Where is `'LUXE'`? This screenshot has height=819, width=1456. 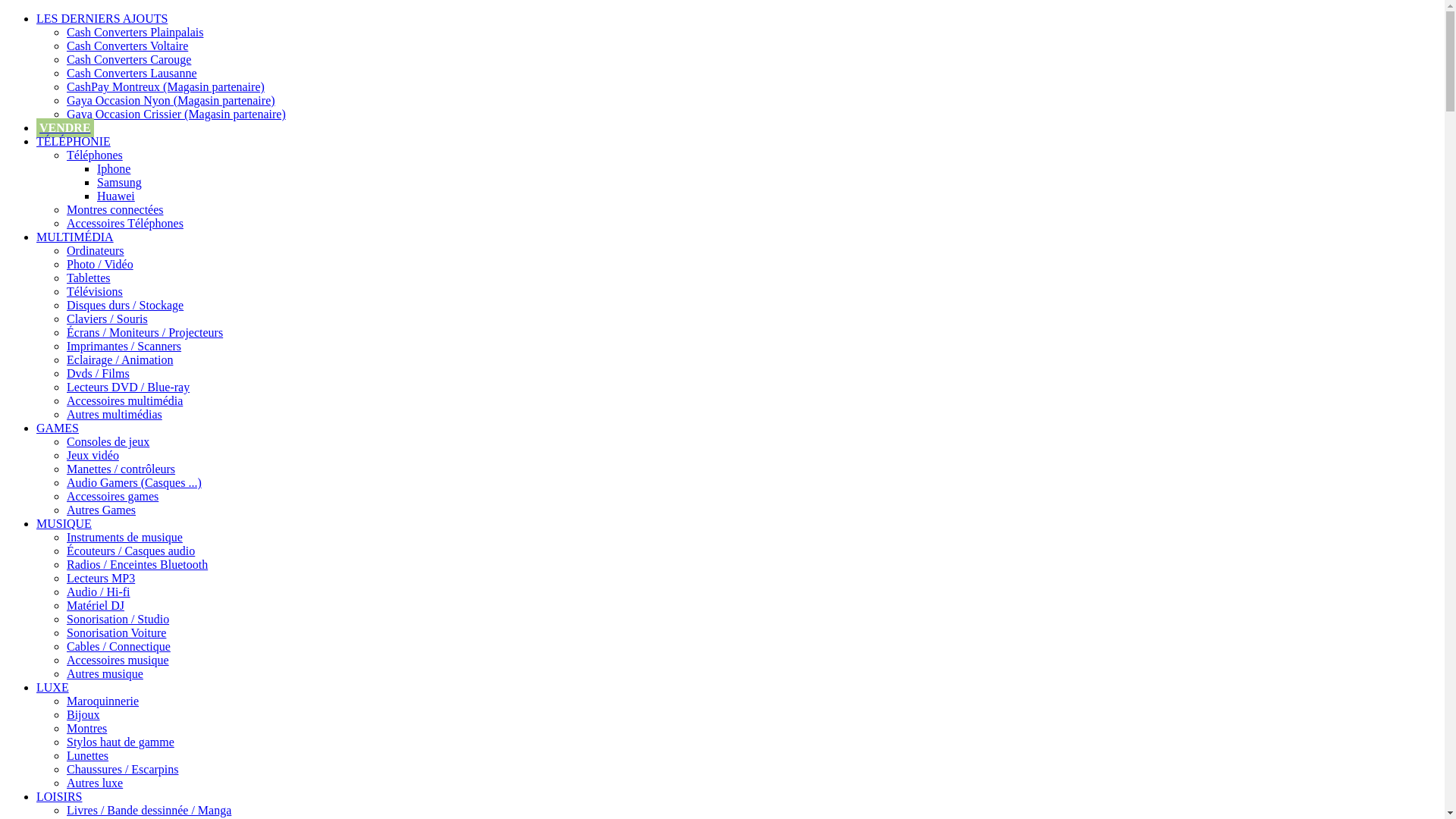
'LUXE' is located at coordinates (52, 687).